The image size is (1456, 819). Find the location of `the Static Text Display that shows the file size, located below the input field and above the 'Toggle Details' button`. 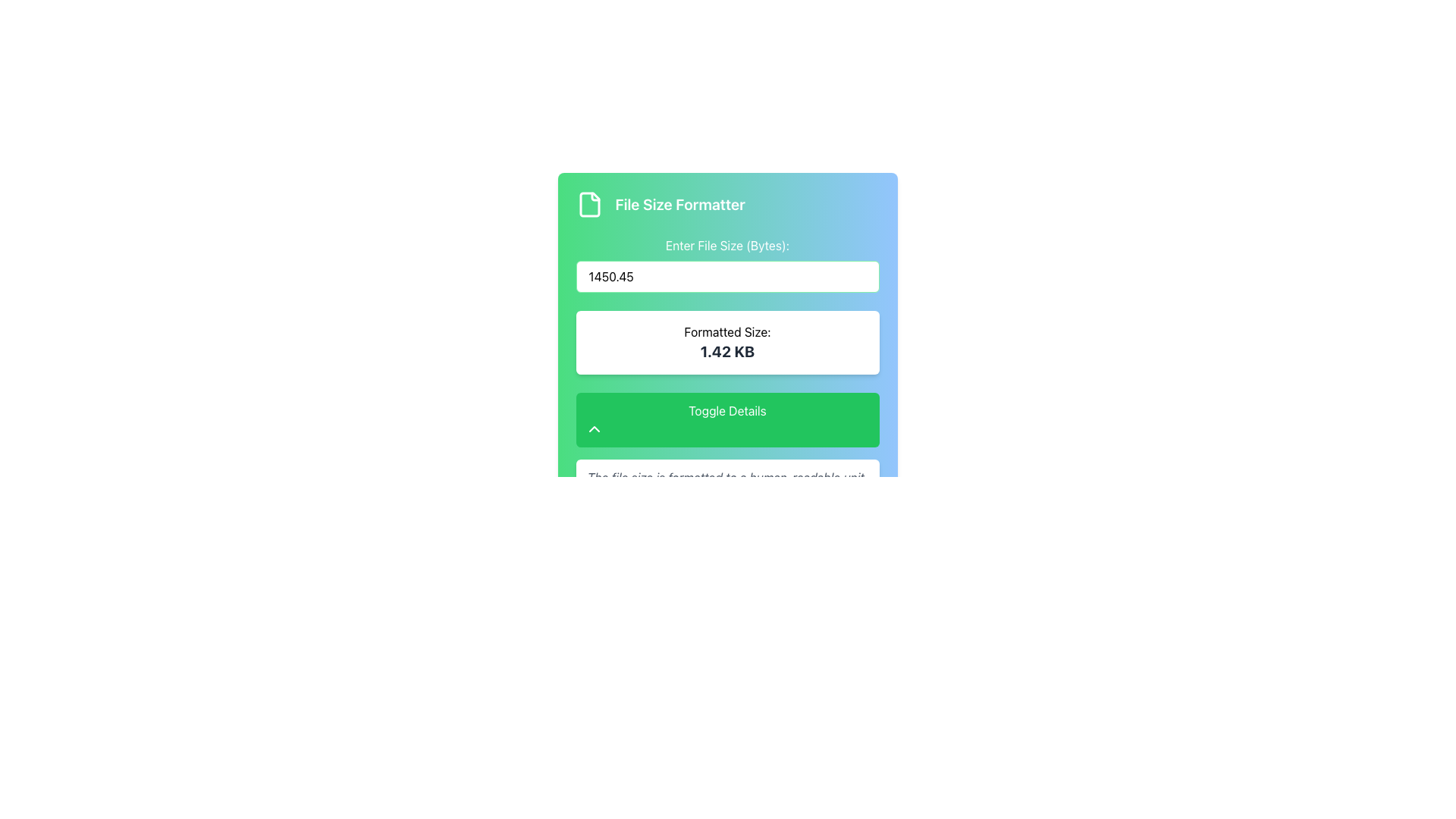

the Static Text Display that shows the file size, located below the input field and above the 'Toggle Details' button is located at coordinates (726, 342).